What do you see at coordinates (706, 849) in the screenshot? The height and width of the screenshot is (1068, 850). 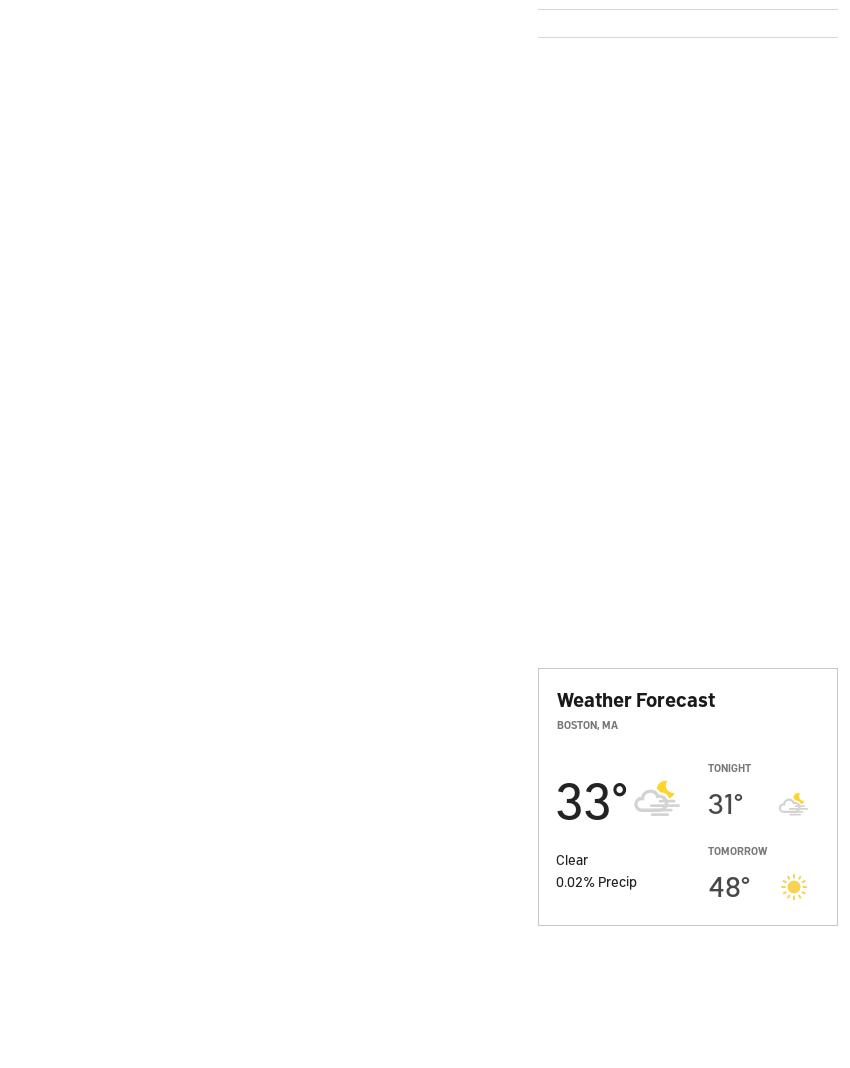 I see `'Tomorrow'` at bounding box center [706, 849].